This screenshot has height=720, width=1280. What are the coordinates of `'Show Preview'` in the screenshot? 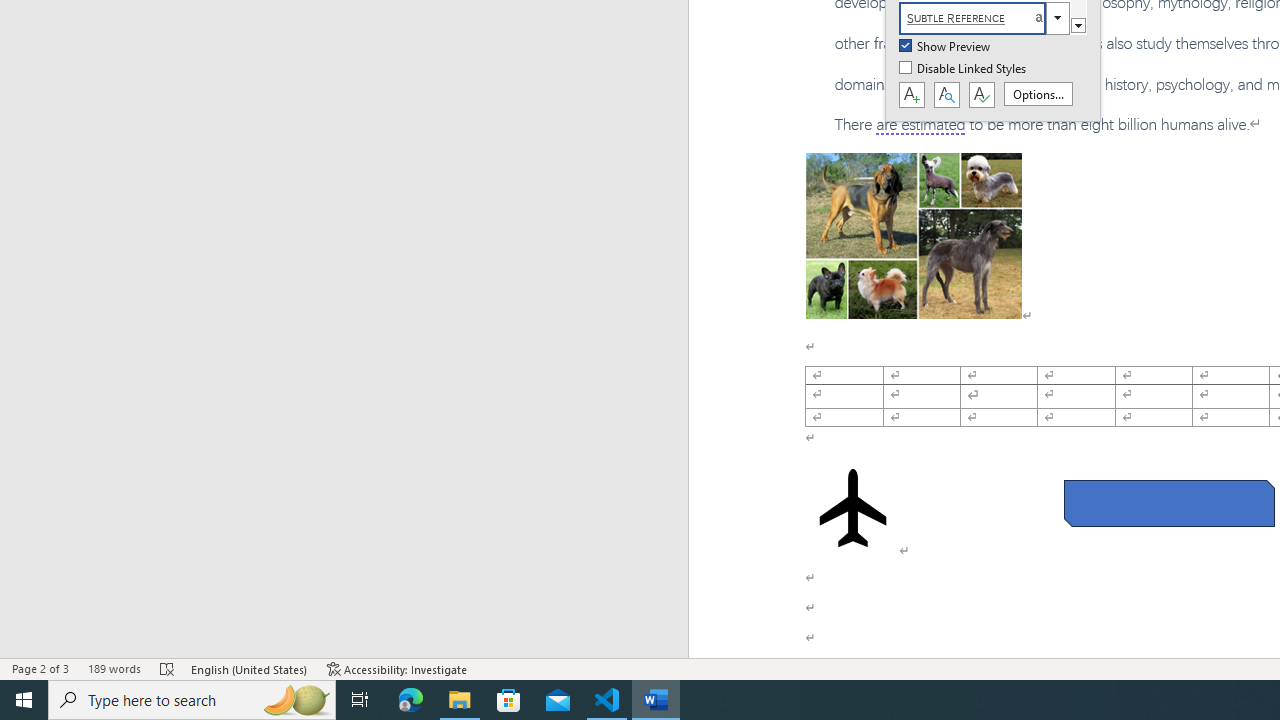 It's located at (945, 46).